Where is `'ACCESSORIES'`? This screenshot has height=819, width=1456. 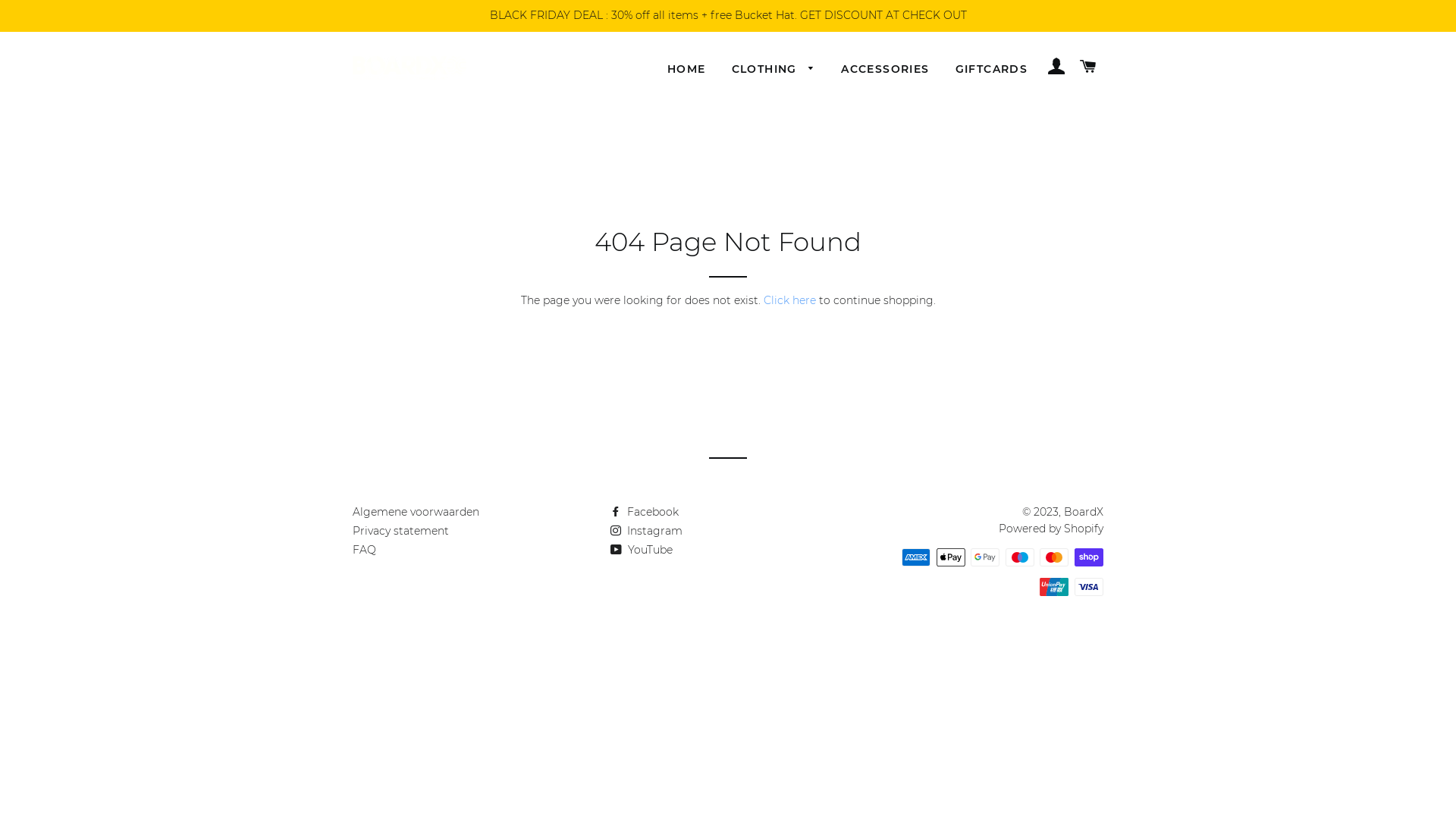 'ACCESSORIES' is located at coordinates (884, 70).